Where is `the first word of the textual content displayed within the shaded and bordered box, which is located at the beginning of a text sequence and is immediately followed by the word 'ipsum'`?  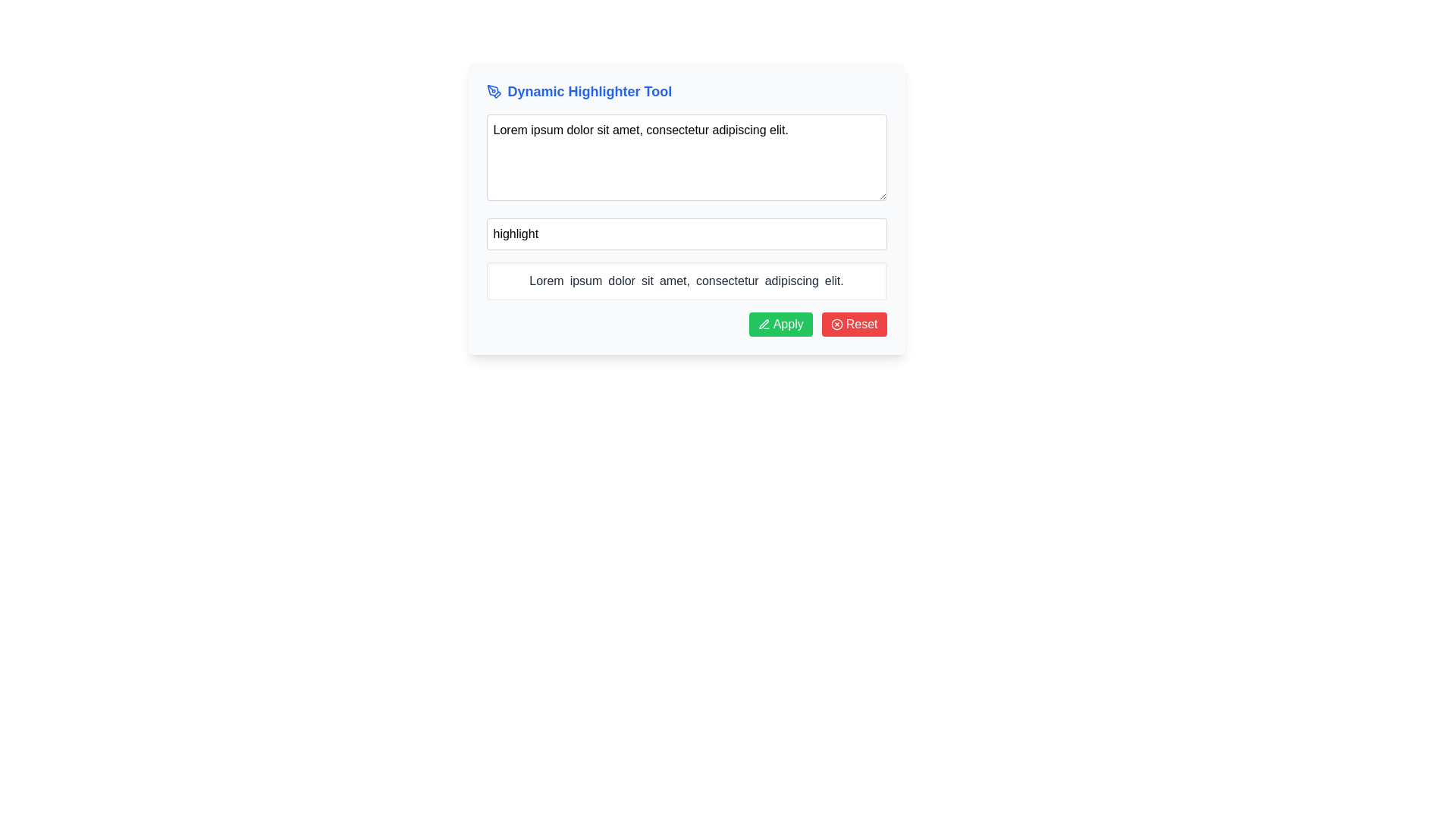 the first word of the textual content displayed within the shaded and bordered box, which is located at the beginning of a text sequence and is immediately followed by the word 'ipsum' is located at coordinates (546, 281).